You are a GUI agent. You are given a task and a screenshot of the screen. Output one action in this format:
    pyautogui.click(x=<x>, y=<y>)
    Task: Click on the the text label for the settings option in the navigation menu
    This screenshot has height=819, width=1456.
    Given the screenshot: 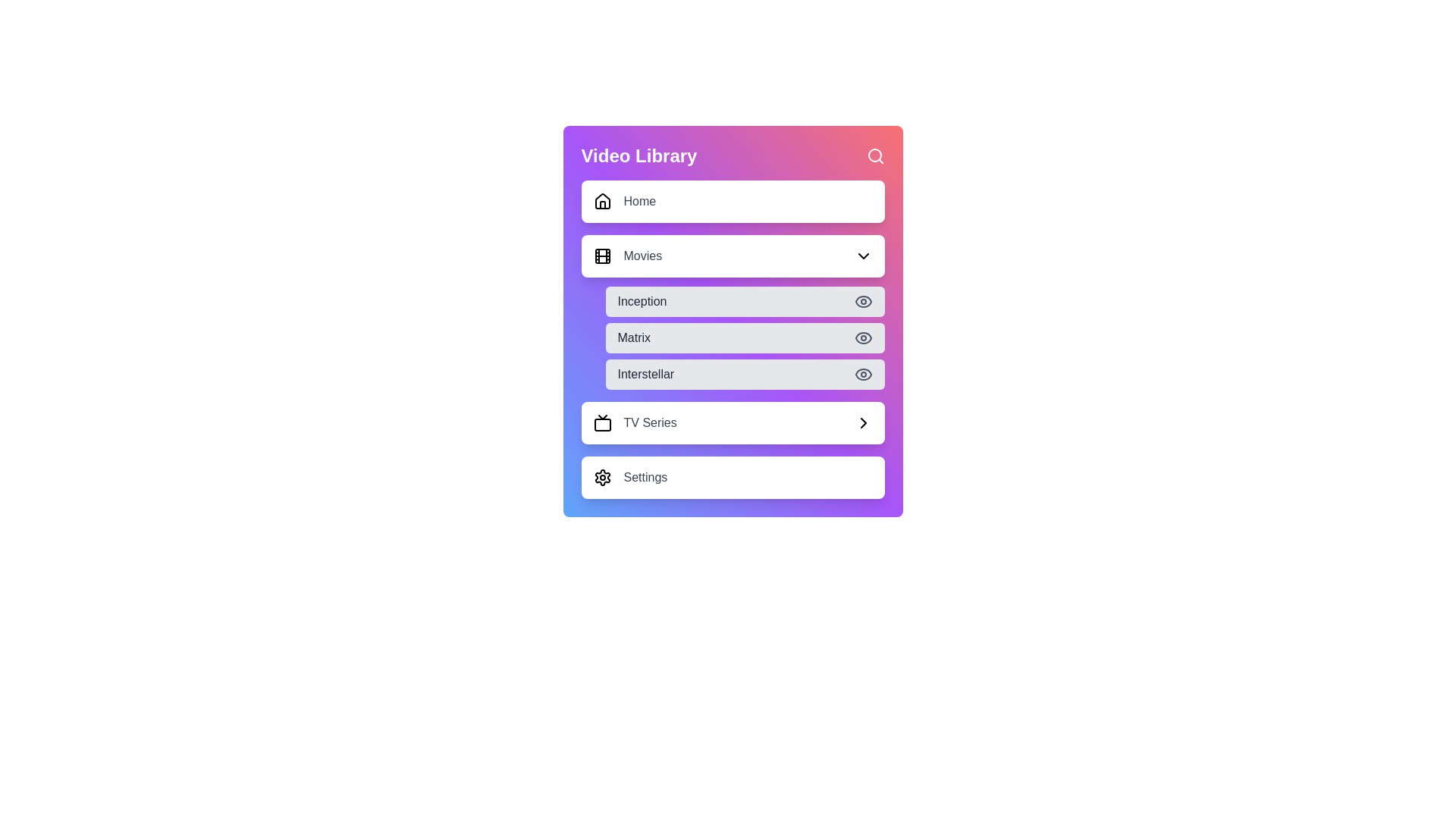 What is the action you would take?
    pyautogui.click(x=645, y=476)
    